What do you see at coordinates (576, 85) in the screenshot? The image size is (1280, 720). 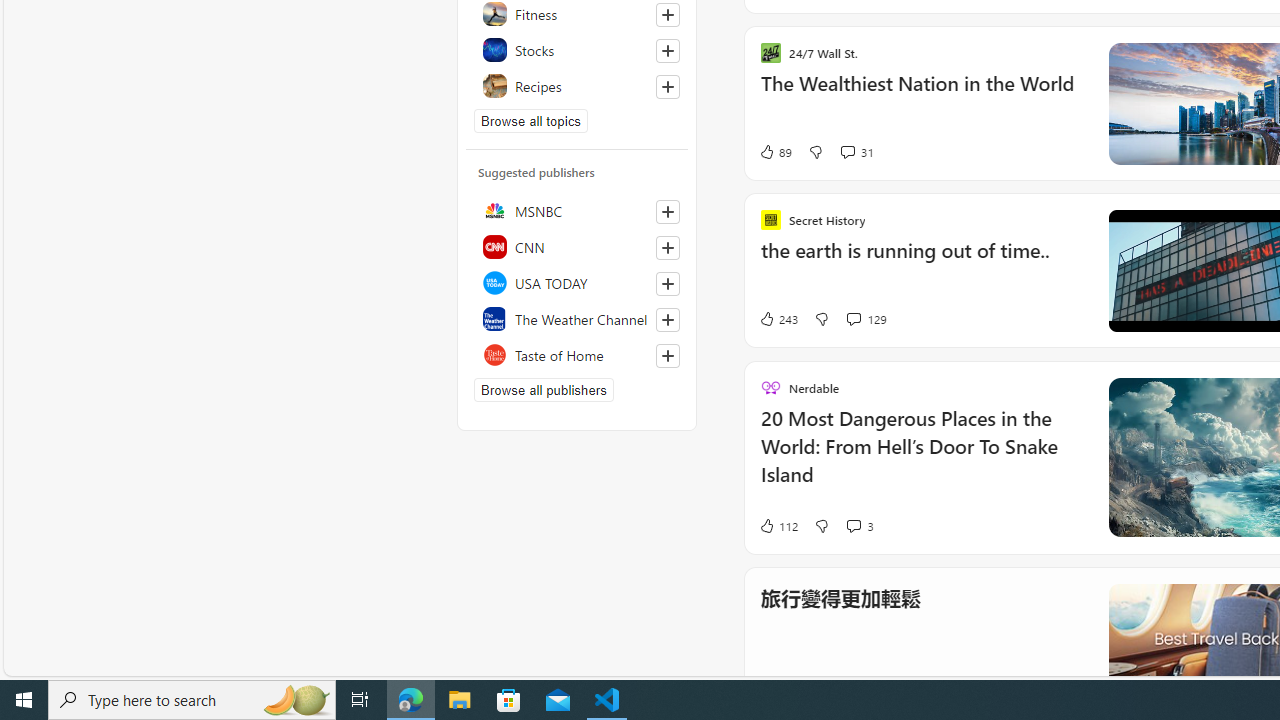 I see `'Recipes'` at bounding box center [576, 85].